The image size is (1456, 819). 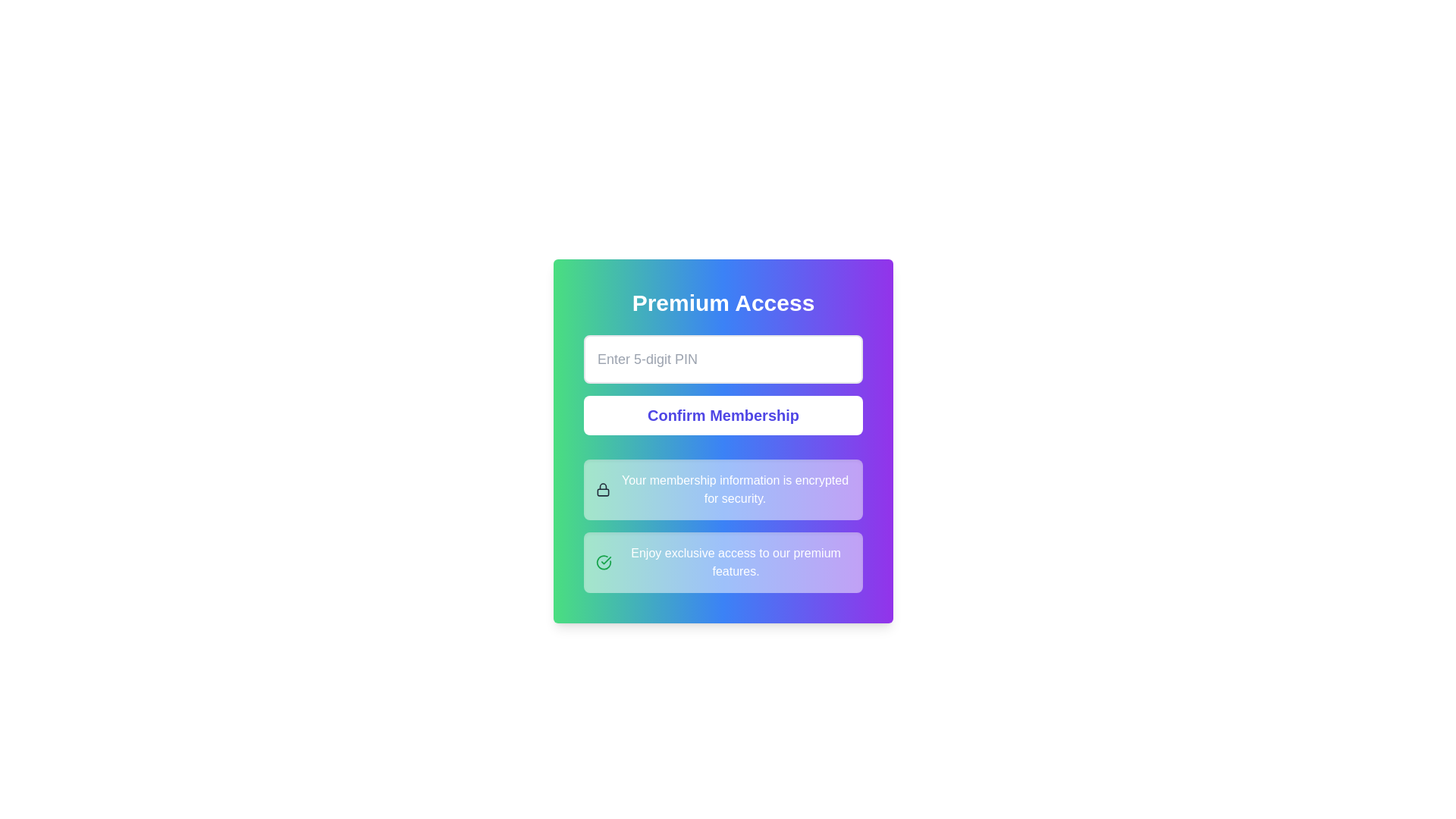 I want to click on the rectangular button with white background and indigo text labeled 'Confirm Membership' to observe the styling change indicating interactivity, so click(x=723, y=415).